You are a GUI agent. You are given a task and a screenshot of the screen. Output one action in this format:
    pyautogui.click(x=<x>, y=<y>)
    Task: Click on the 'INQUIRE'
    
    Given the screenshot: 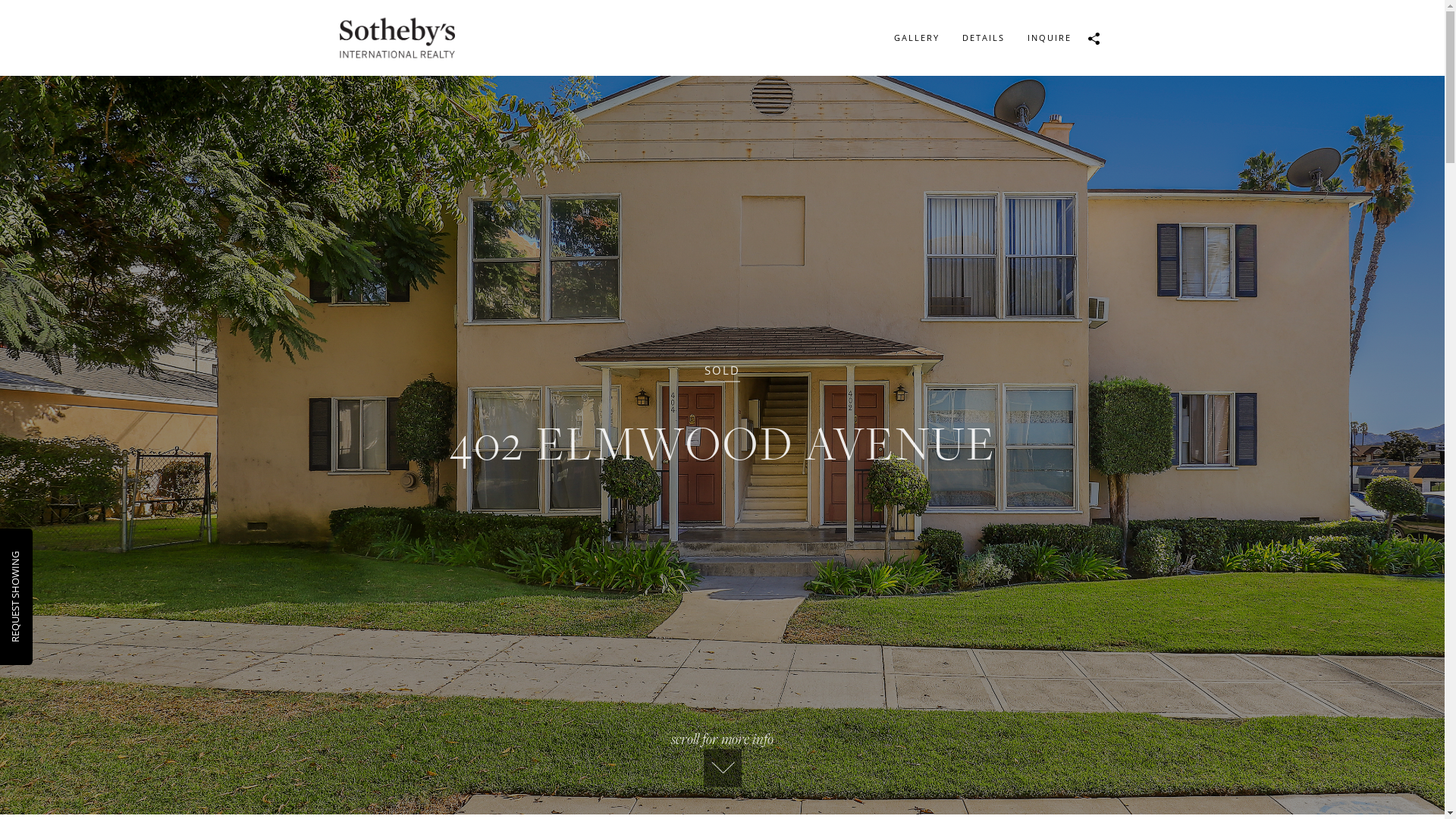 What is the action you would take?
    pyautogui.click(x=1048, y=37)
    